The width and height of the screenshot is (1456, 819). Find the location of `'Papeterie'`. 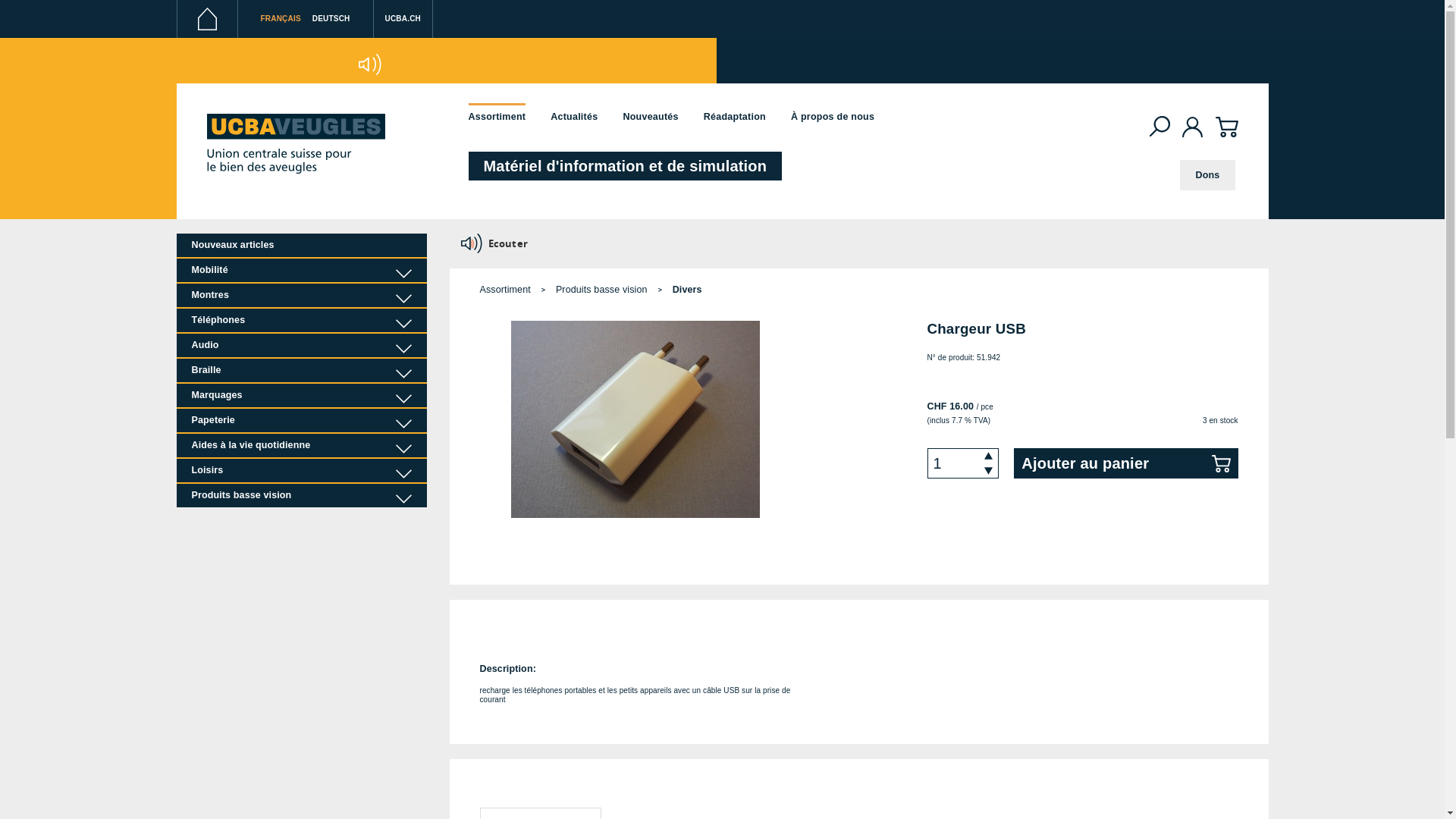

'Papeterie' is located at coordinates (301, 420).